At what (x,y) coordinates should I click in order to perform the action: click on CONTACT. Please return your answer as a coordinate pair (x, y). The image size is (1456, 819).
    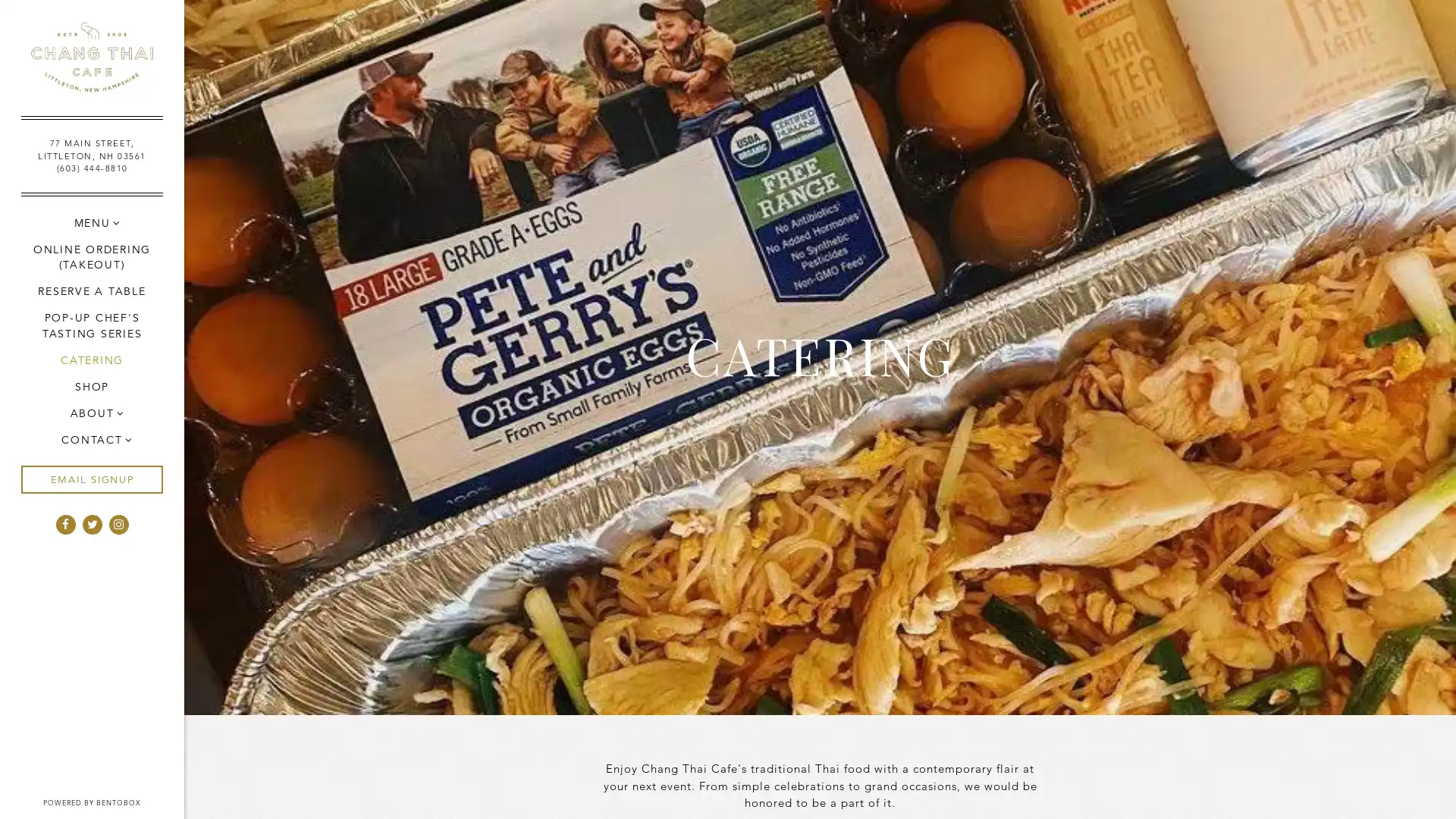
    Looking at the image, I should click on (90, 439).